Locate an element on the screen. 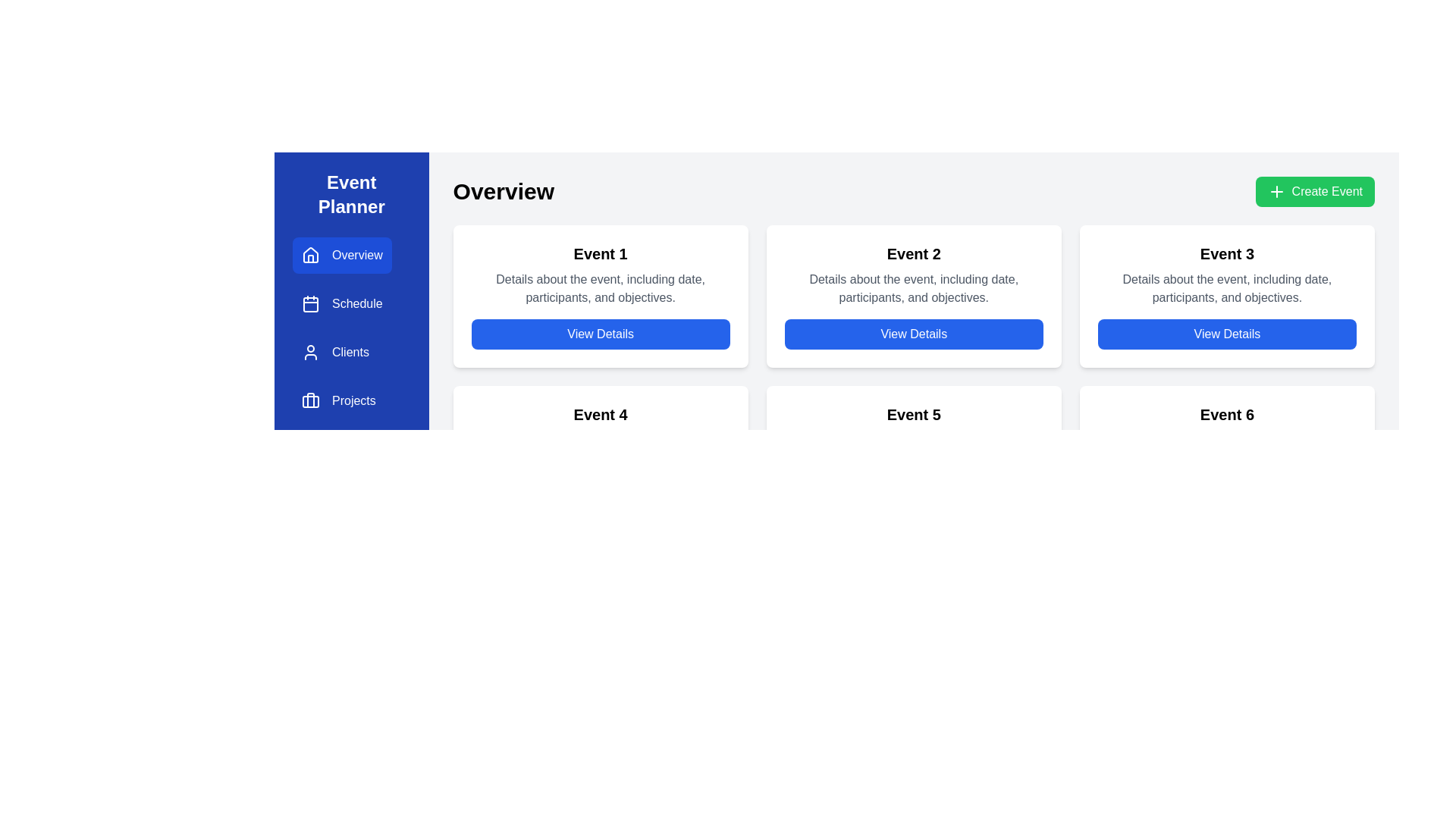 This screenshot has width=1456, height=819. the bold text label displaying 'Event 5', which is prominently styled and located in the second row and third column of the event card grid is located at coordinates (913, 415).